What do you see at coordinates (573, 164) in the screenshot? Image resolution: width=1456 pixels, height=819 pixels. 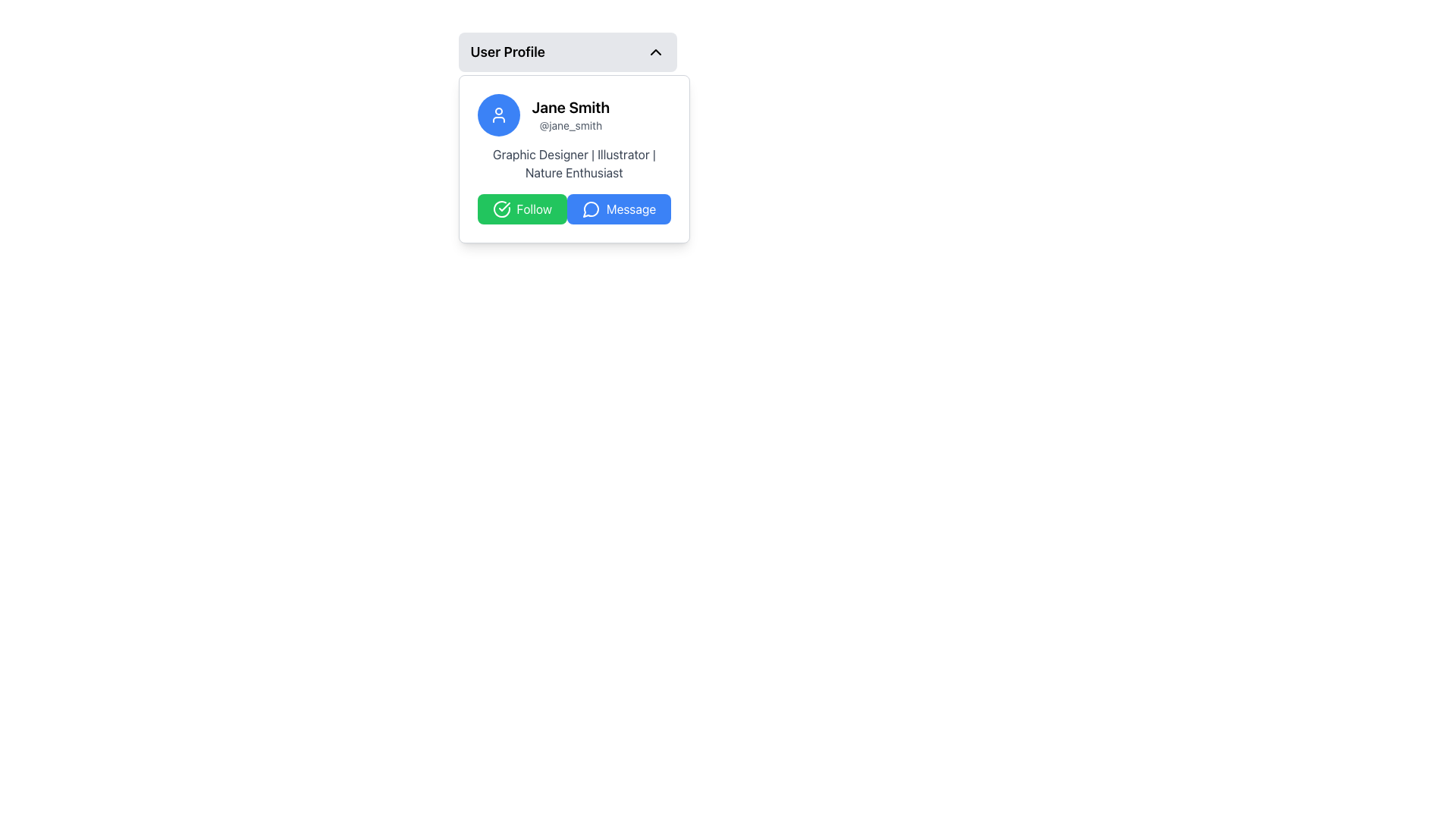 I see `the text element displaying 'Graphic Designer | Illustrator | Nature Enthusiast' located below the name 'Jane Smith' in the user profile card` at bounding box center [573, 164].